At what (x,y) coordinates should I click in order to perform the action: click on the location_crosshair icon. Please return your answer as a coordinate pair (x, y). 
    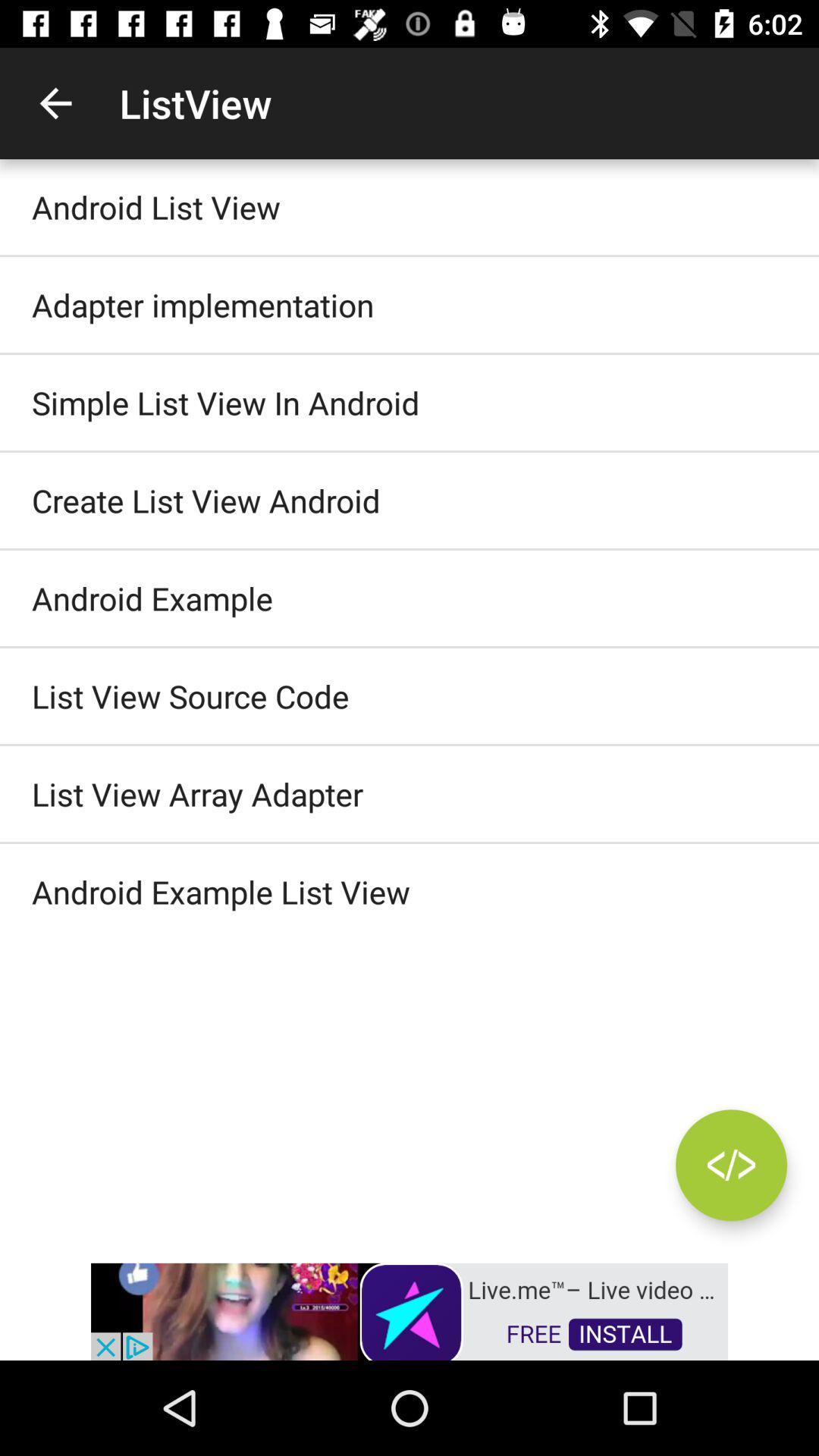
    Looking at the image, I should click on (730, 1164).